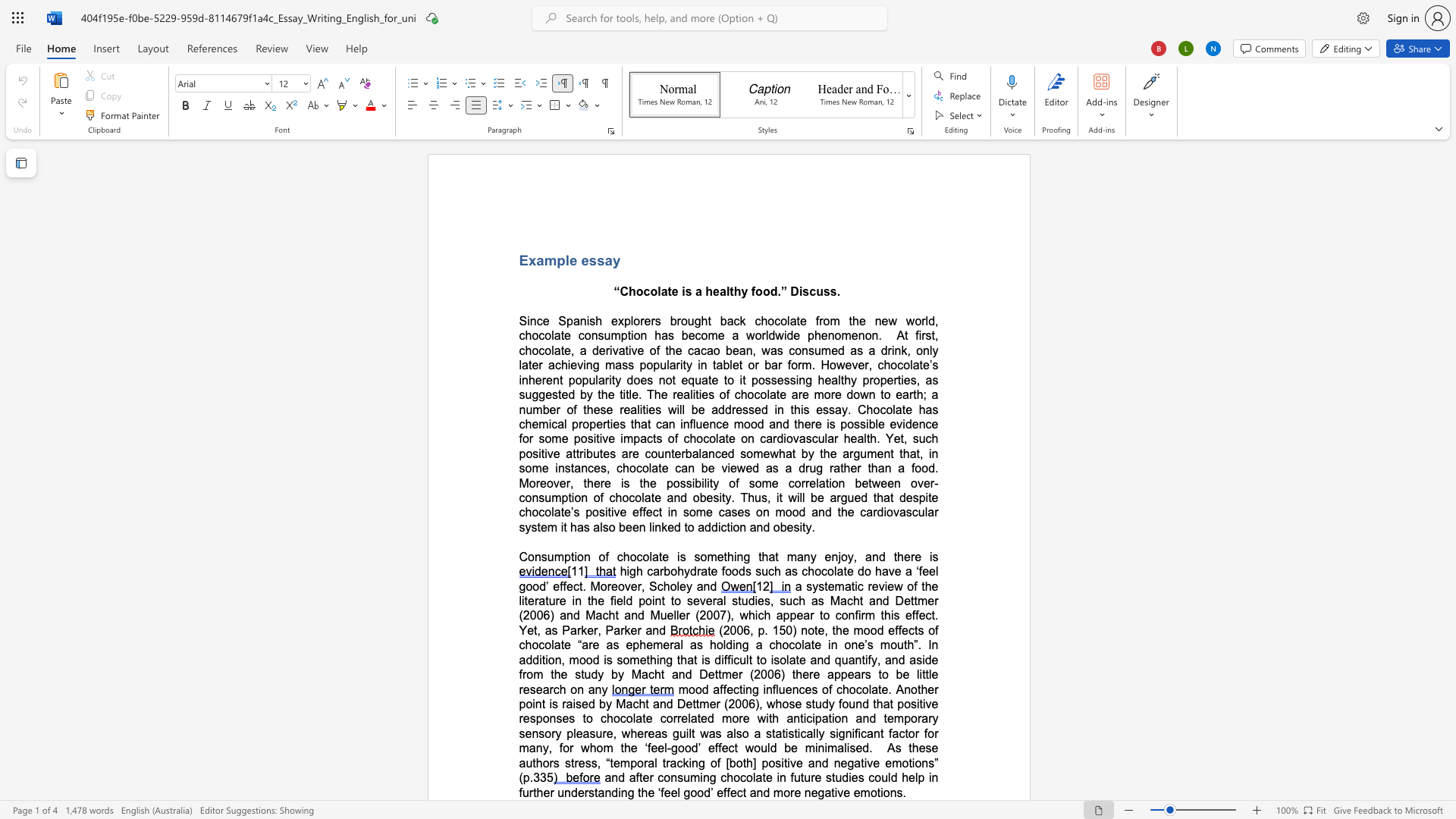 Image resolution: width=1456 pixels, height=819 pixels. What do you see at coordinates (584, 259) in the screenshot?
I see `the 2th character "e" in the text` at bounding box center [584, 259].